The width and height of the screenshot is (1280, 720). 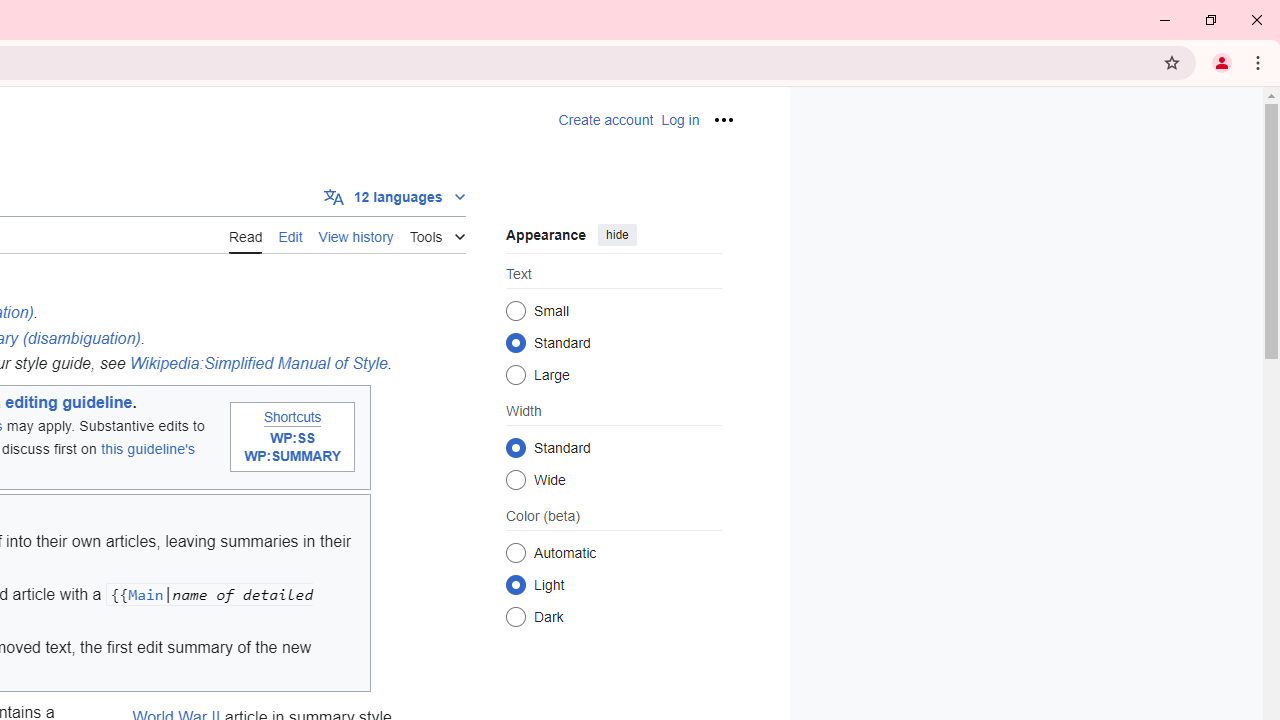 What do you see at coordinates (515, 479) in the screenshot?
I see `'Wide'` at bounding box center [515, 479].